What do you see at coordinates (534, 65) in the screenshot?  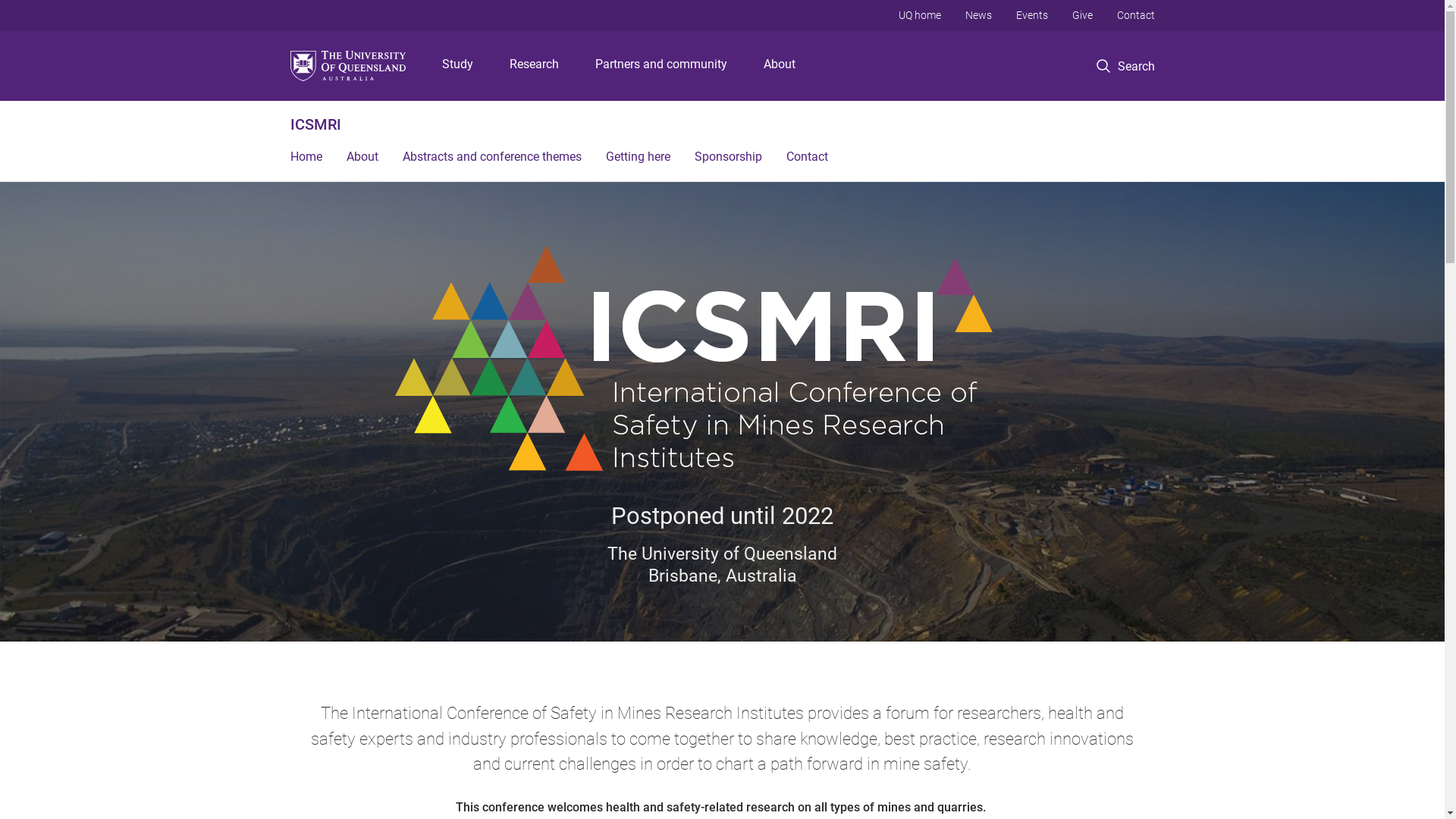 I see `'Research'` at bounding box center [534, 65].